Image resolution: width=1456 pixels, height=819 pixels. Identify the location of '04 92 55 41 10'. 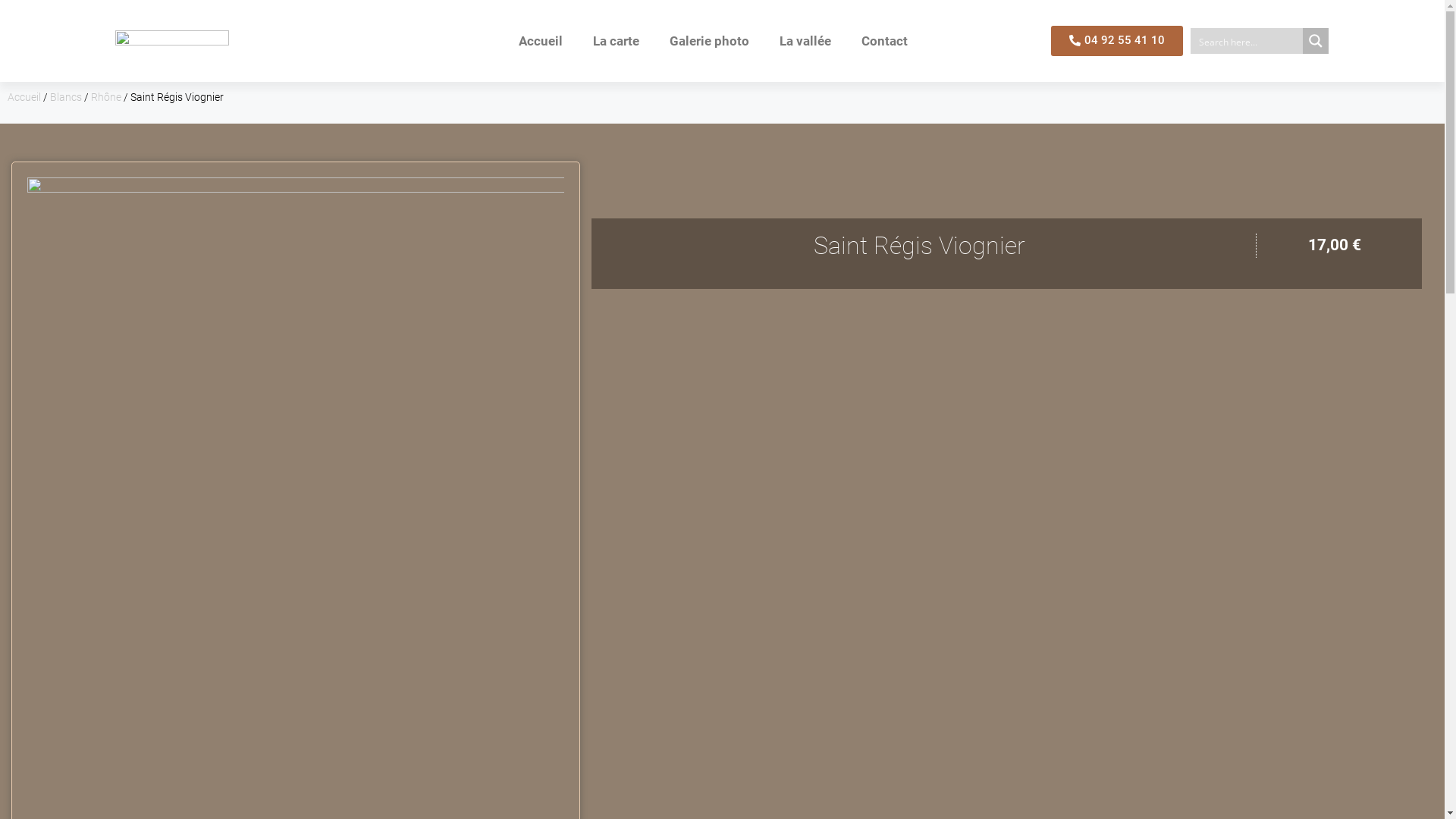
(1050, 40).